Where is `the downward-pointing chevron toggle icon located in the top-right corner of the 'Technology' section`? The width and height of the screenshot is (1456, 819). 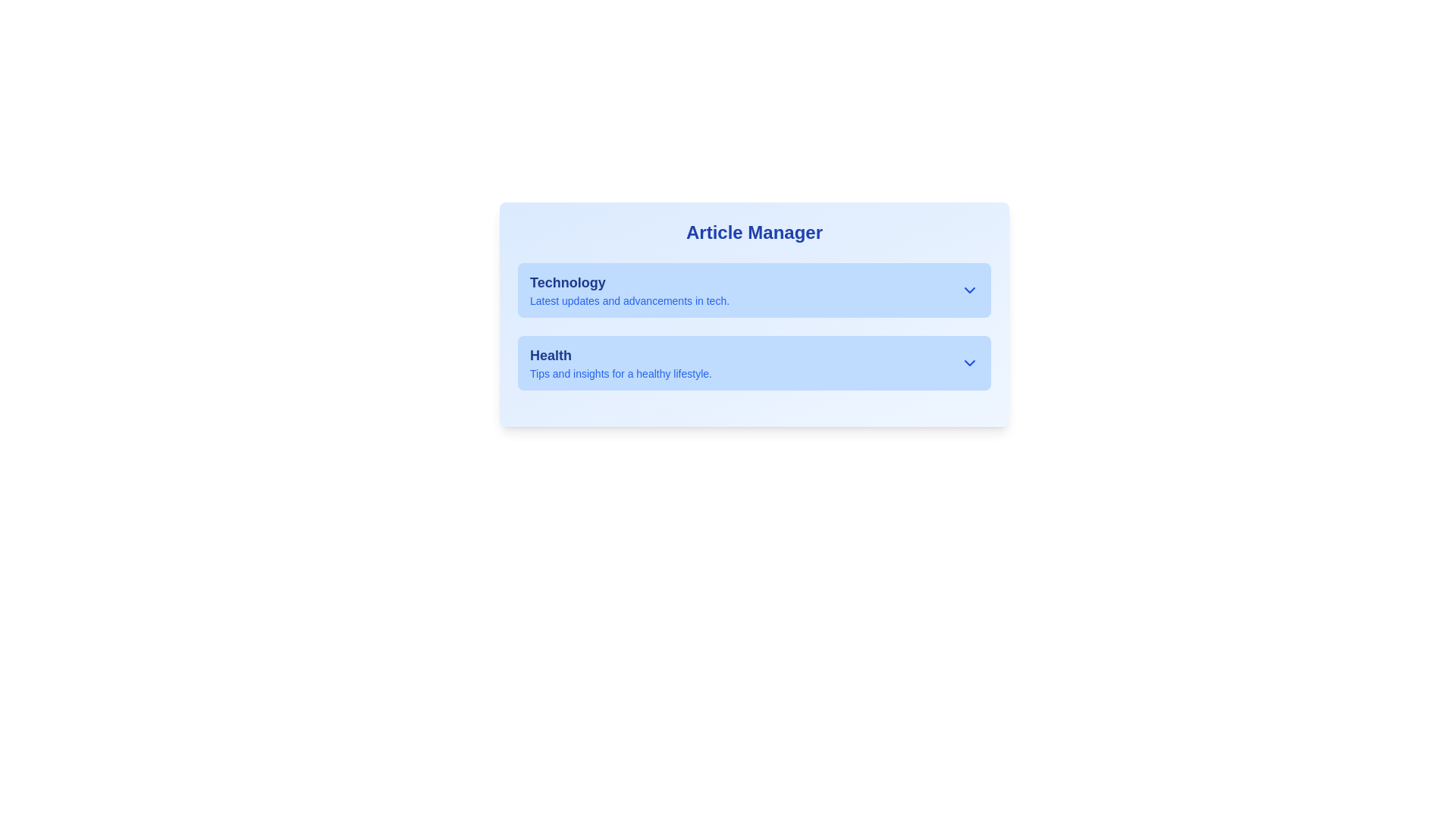 the downward-pointing chevron toggle icon located in the top-right corner of the 'Technology' section is located at coordinates (968, 290).